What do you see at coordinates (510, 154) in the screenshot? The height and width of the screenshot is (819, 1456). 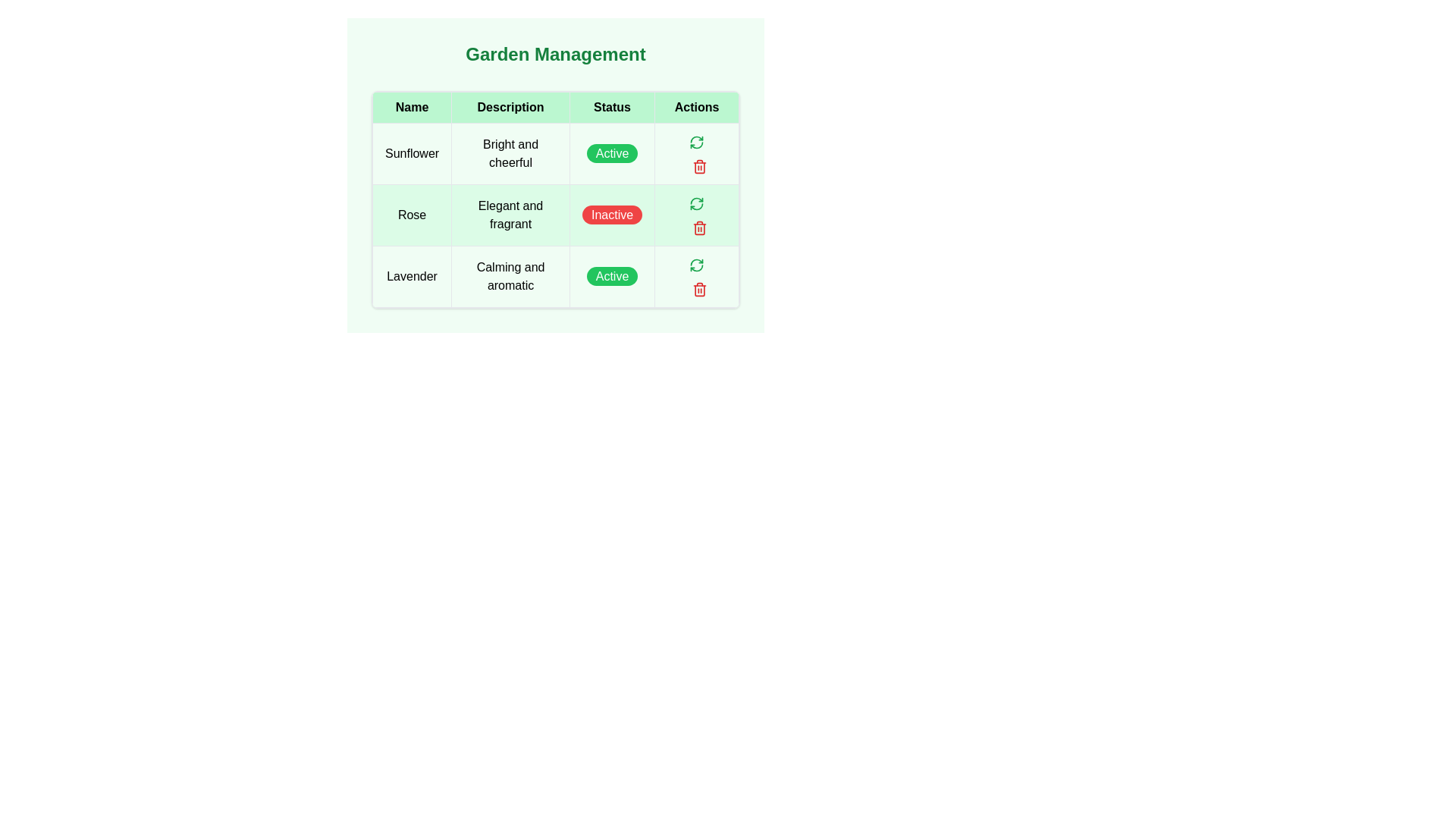 I see `the text label displaying 'Bright and cheerful.' located in the second column of the first row of a table associated with 'Sunflower.'` at bounding box center [510, 154].